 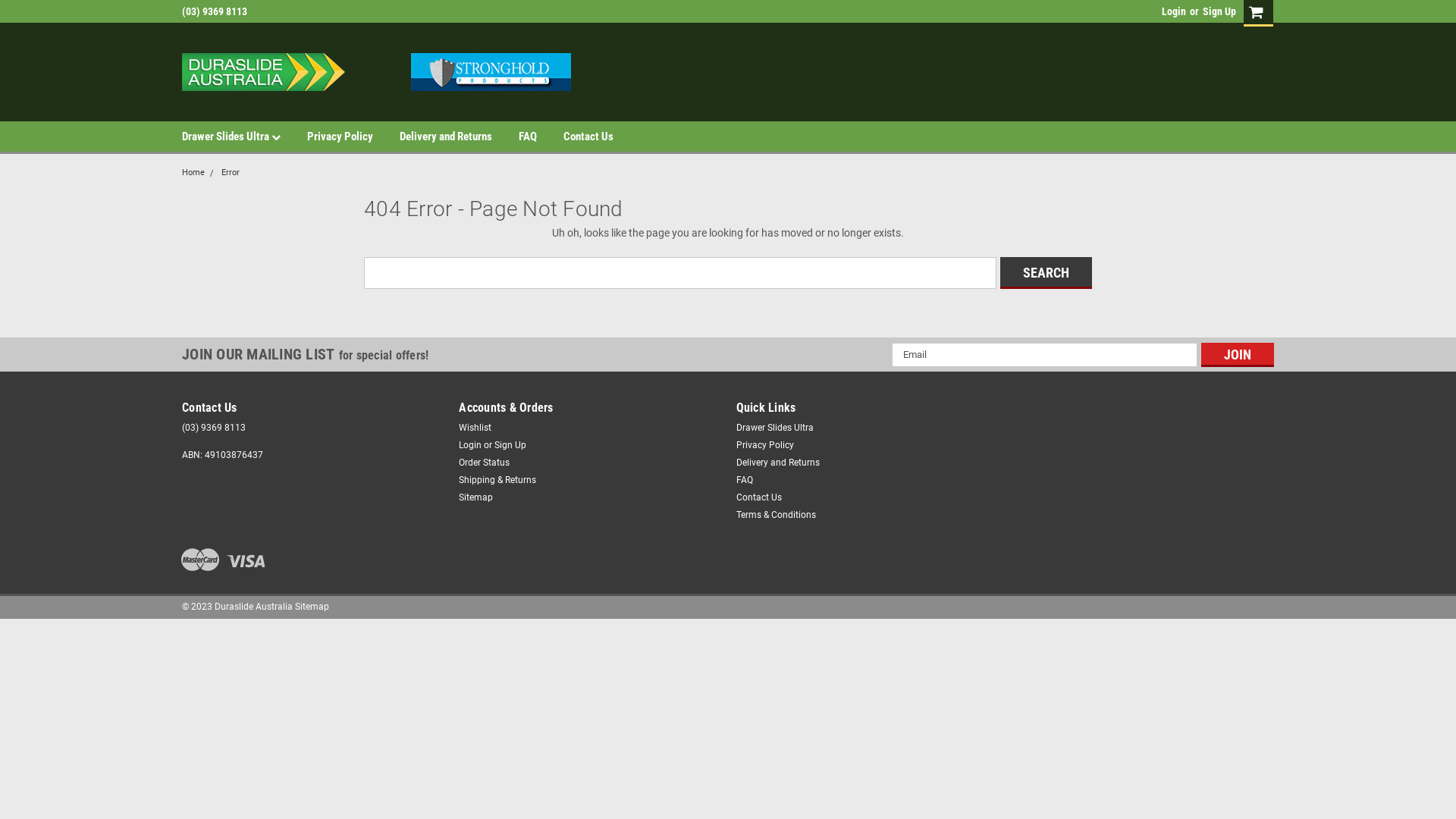 What do you see at coordinates (352, 136) in the screenshot?
I see `'Privacy Policy'` at bounding box center [352, 136].